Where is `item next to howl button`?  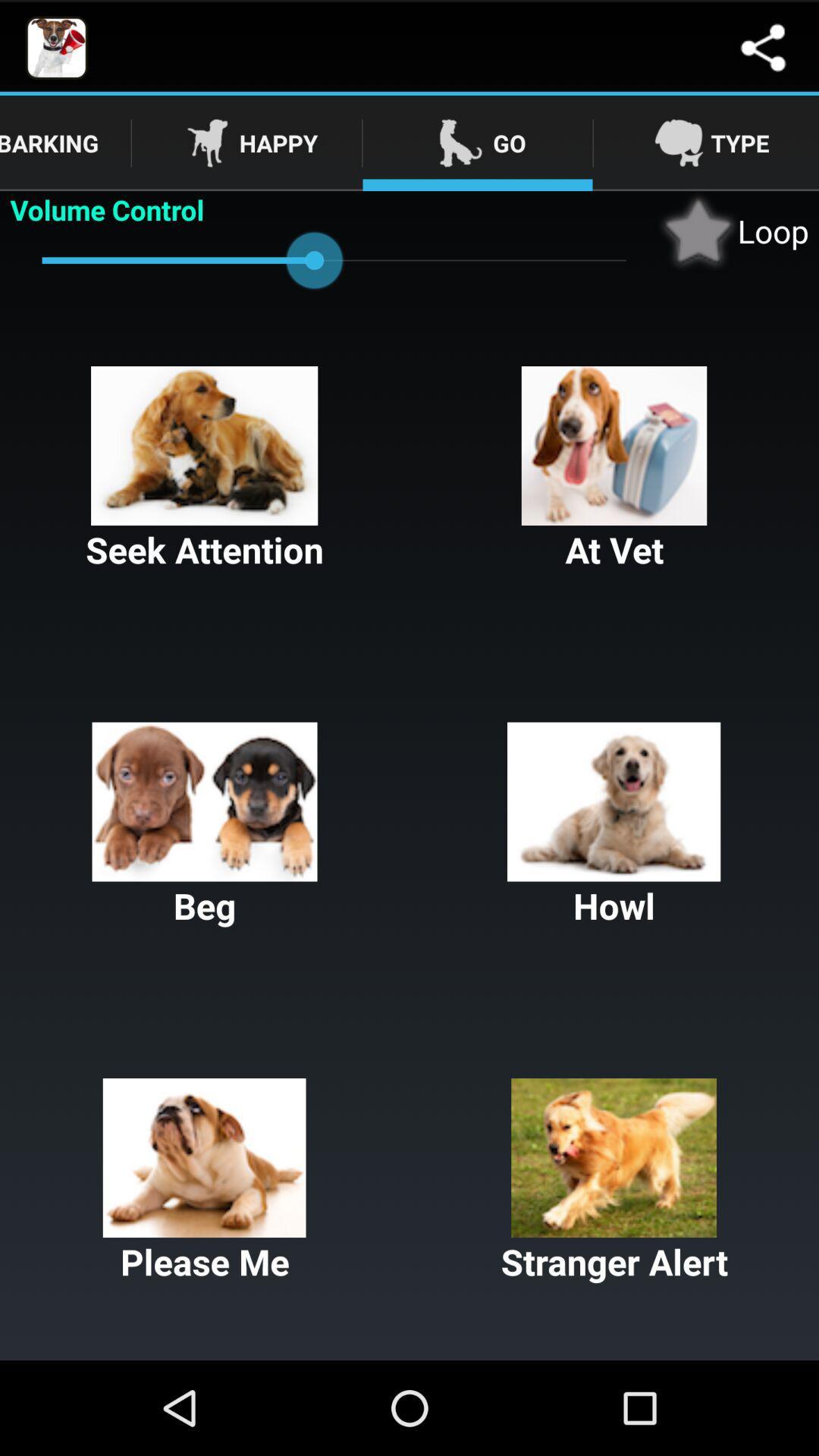 item next to howl button is located at coordinates (205, 825).